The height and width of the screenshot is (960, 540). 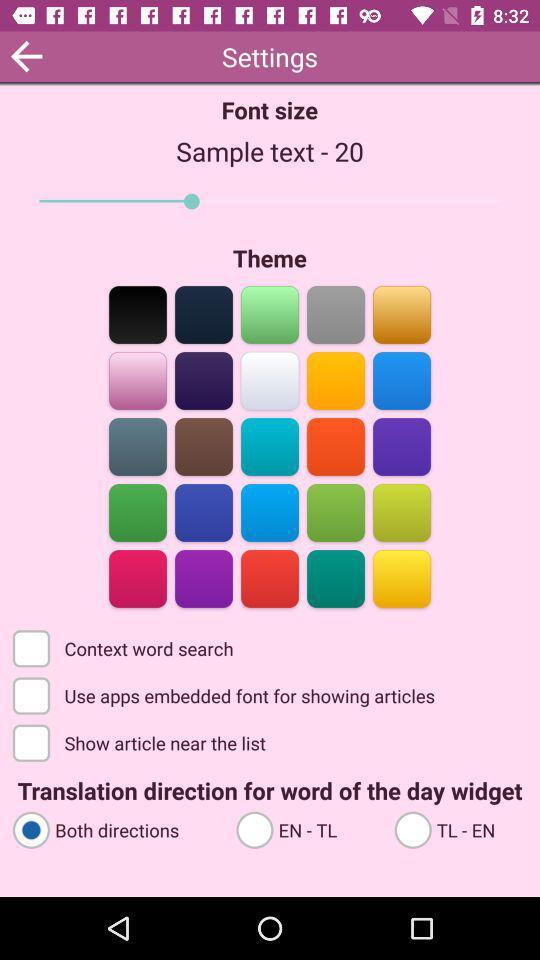 I want to click on the both directions radio button, so click(x=115, y=829).